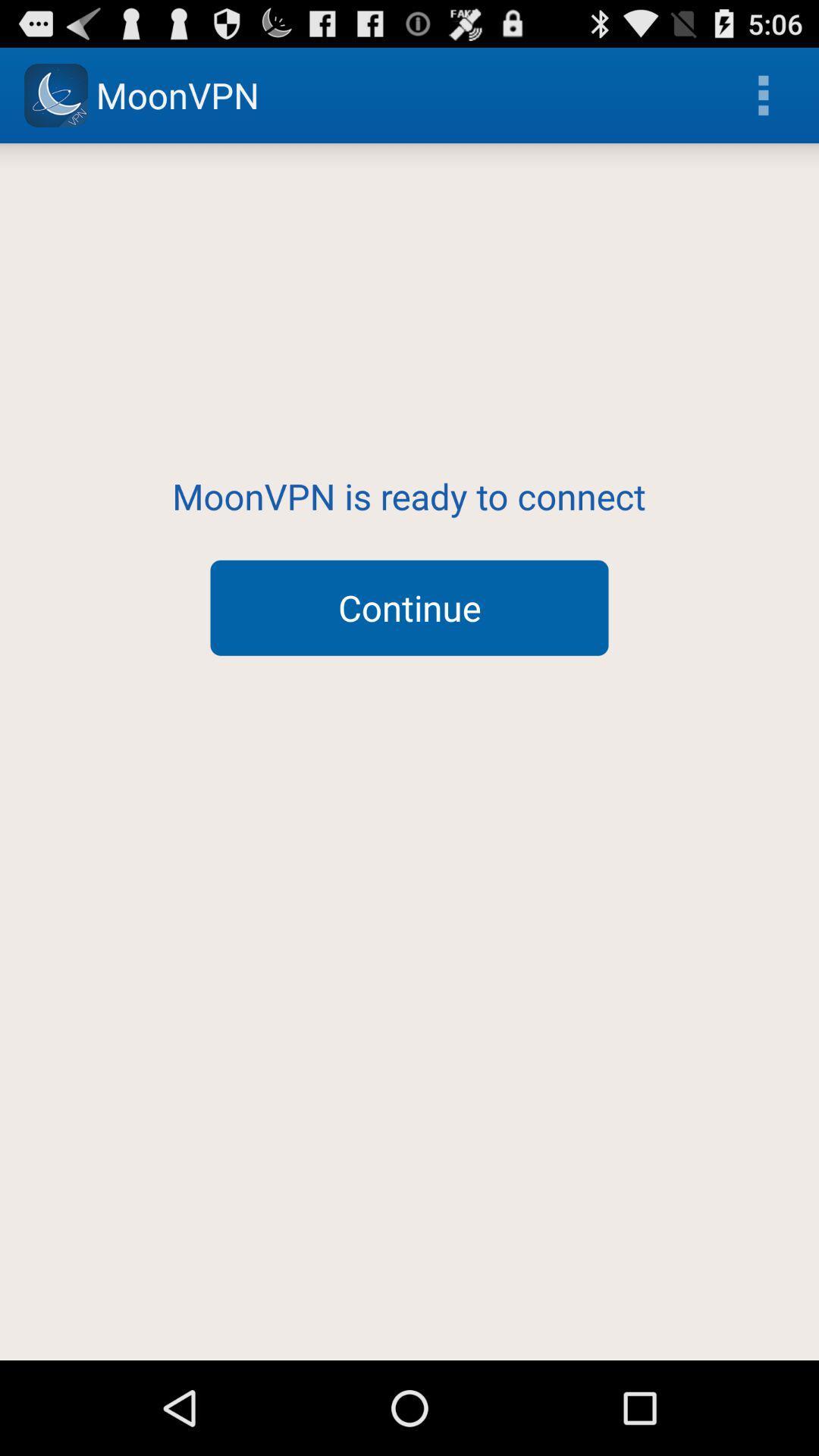  What do you see at coordinates (763, 94) in the screenshot?
I see `the item next to moonvpn icon` at bounding box center [763, 94].